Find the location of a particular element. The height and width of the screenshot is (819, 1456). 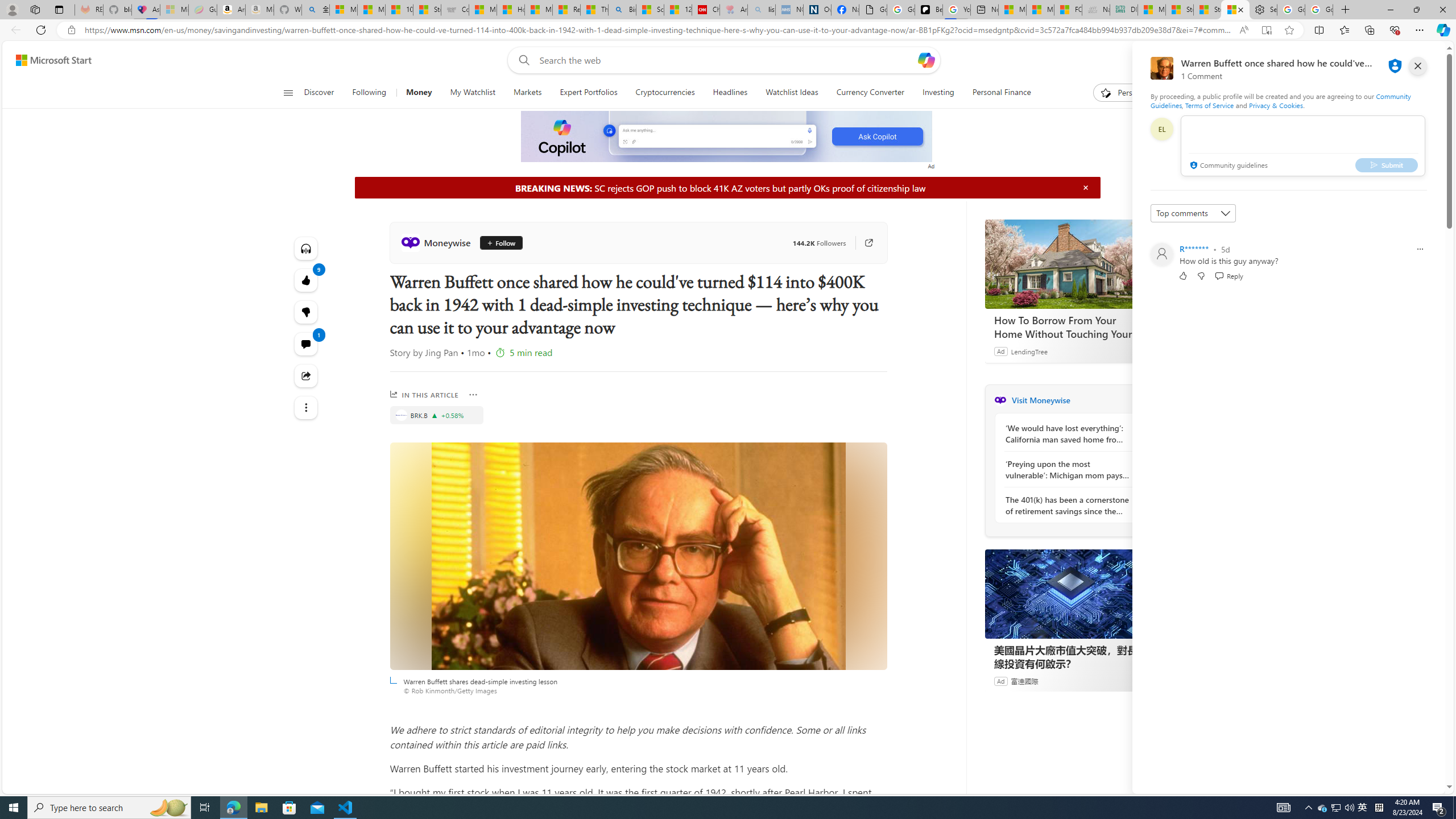

'Navy Quest' is located at coordinates (1096, 9).